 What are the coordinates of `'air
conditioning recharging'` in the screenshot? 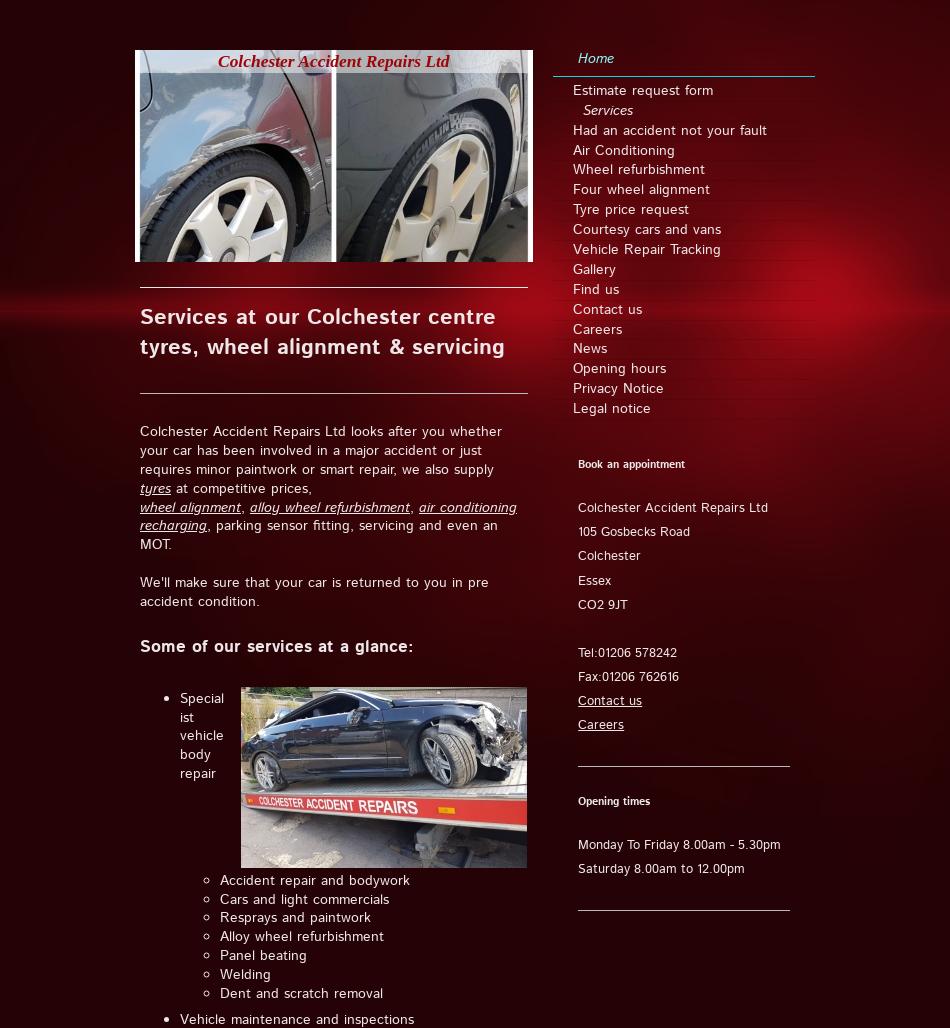 It's located at (327, 516).